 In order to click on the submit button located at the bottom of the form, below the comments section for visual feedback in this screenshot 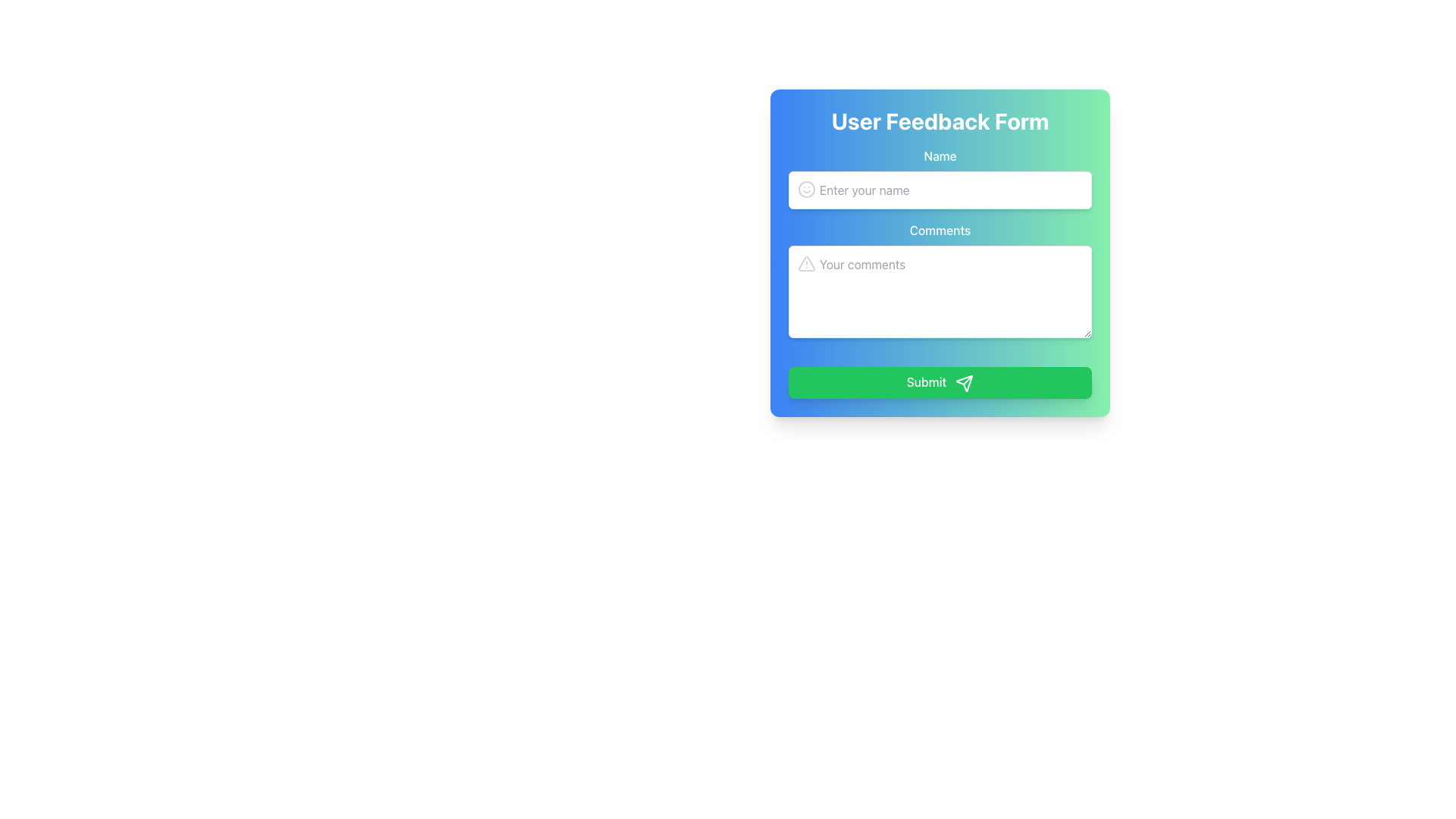, I will do `click(939, 375)`.